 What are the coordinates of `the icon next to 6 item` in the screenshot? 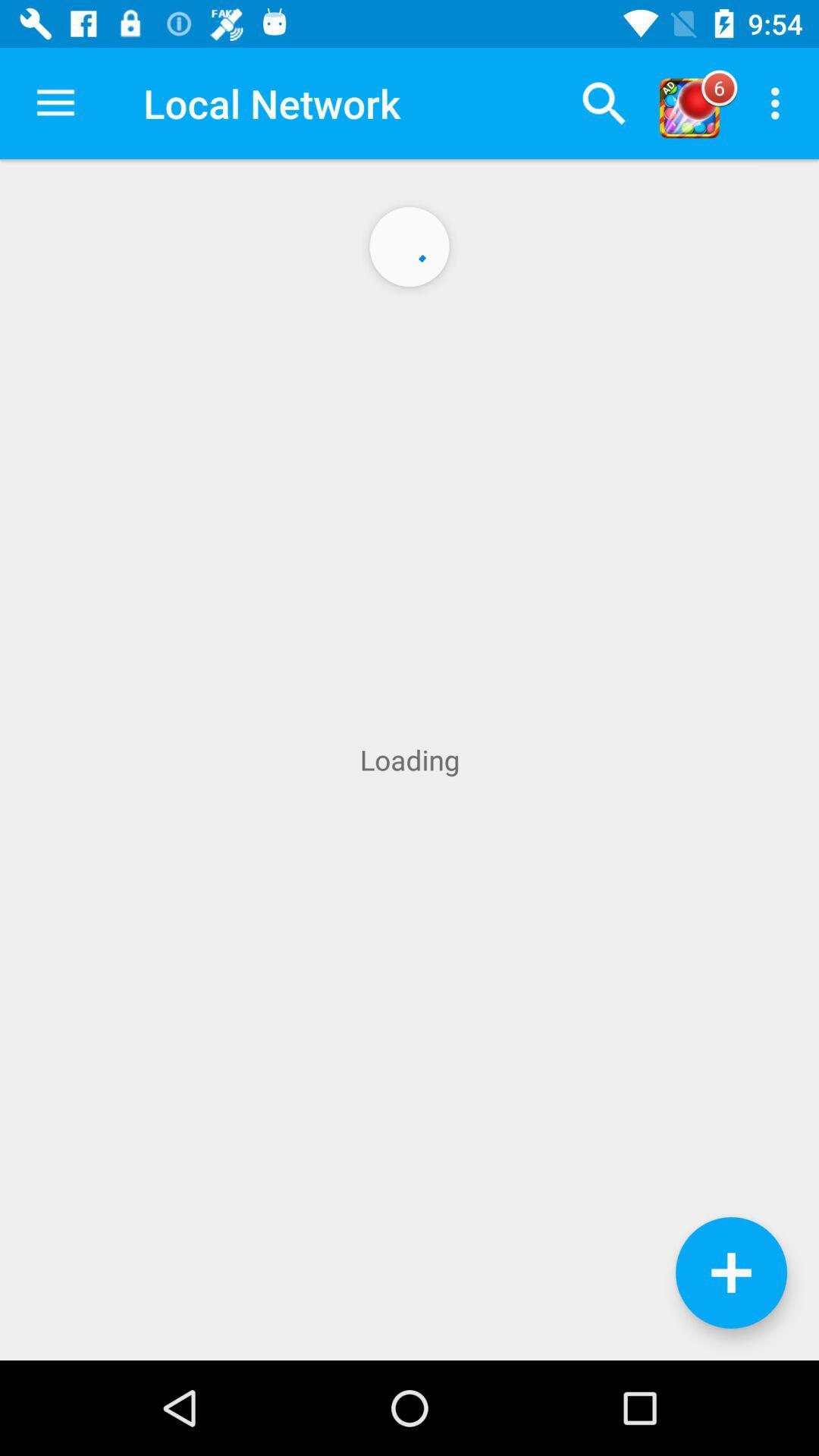 It's located at (779, 102).